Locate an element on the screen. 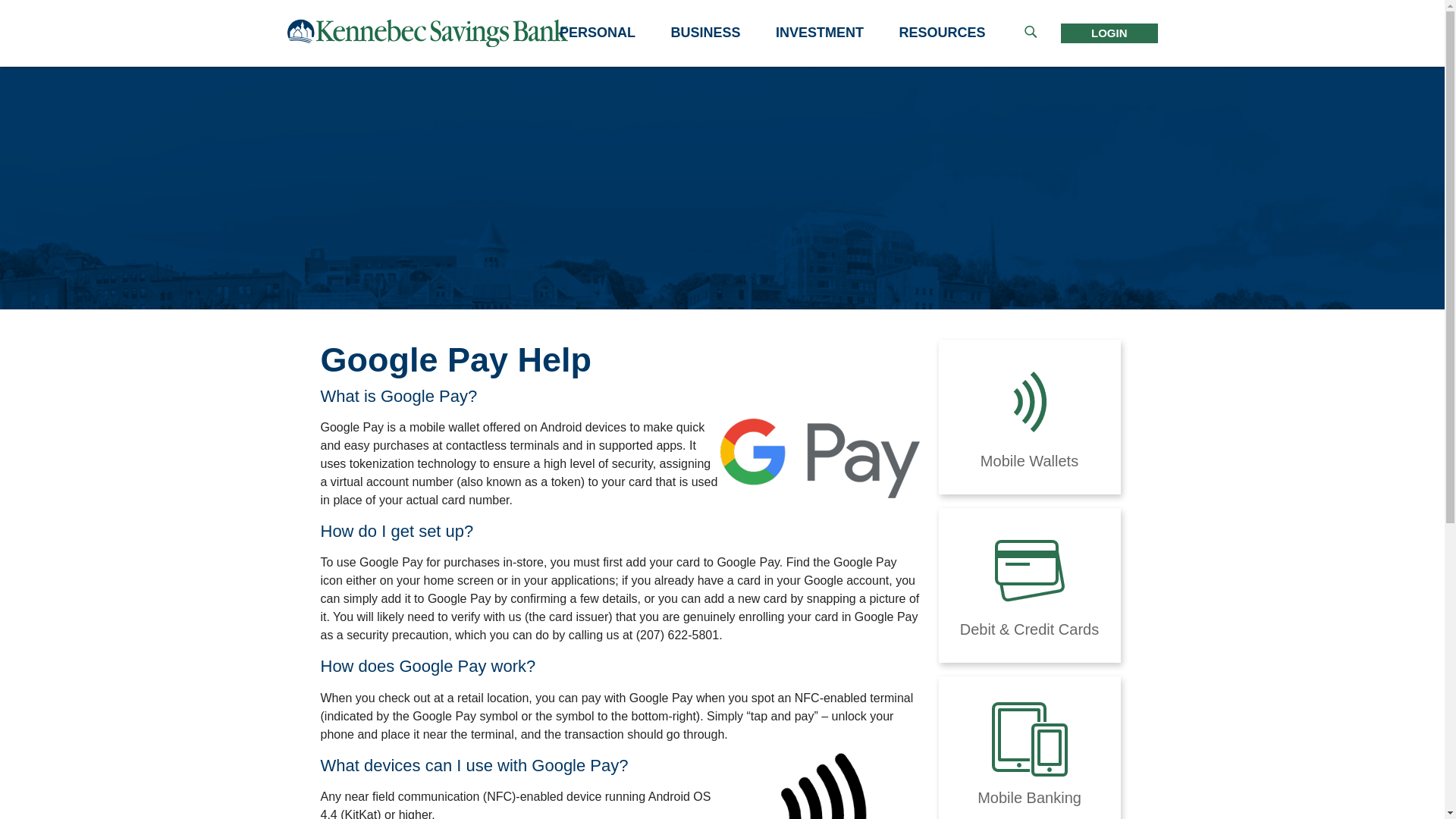  'PERSONAL' is located at coordinates (596, 33).